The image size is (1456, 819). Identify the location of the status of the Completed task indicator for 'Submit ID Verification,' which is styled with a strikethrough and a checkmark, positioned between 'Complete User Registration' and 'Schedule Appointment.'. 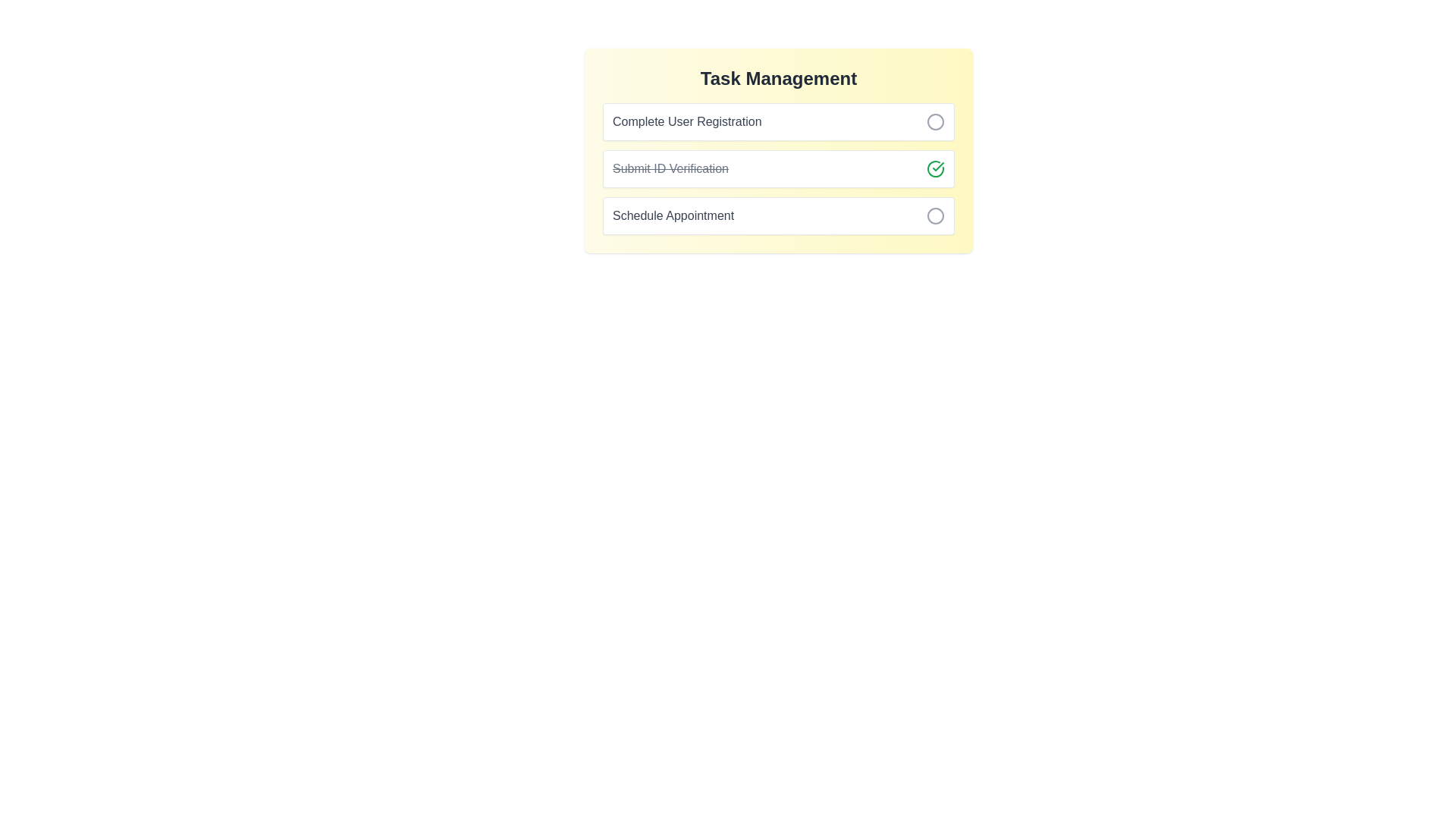
(779, 169).